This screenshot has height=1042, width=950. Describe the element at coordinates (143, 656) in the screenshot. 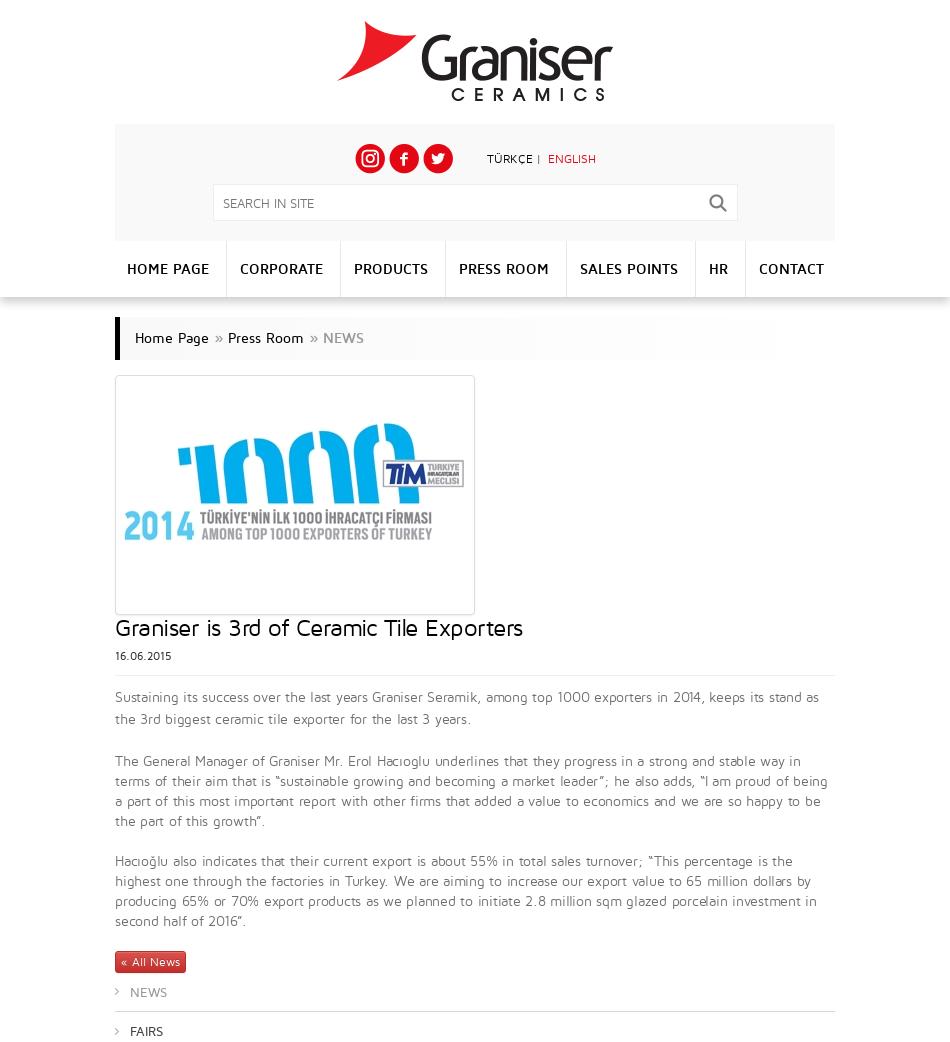

I see `'16.06.2015'` at that location.